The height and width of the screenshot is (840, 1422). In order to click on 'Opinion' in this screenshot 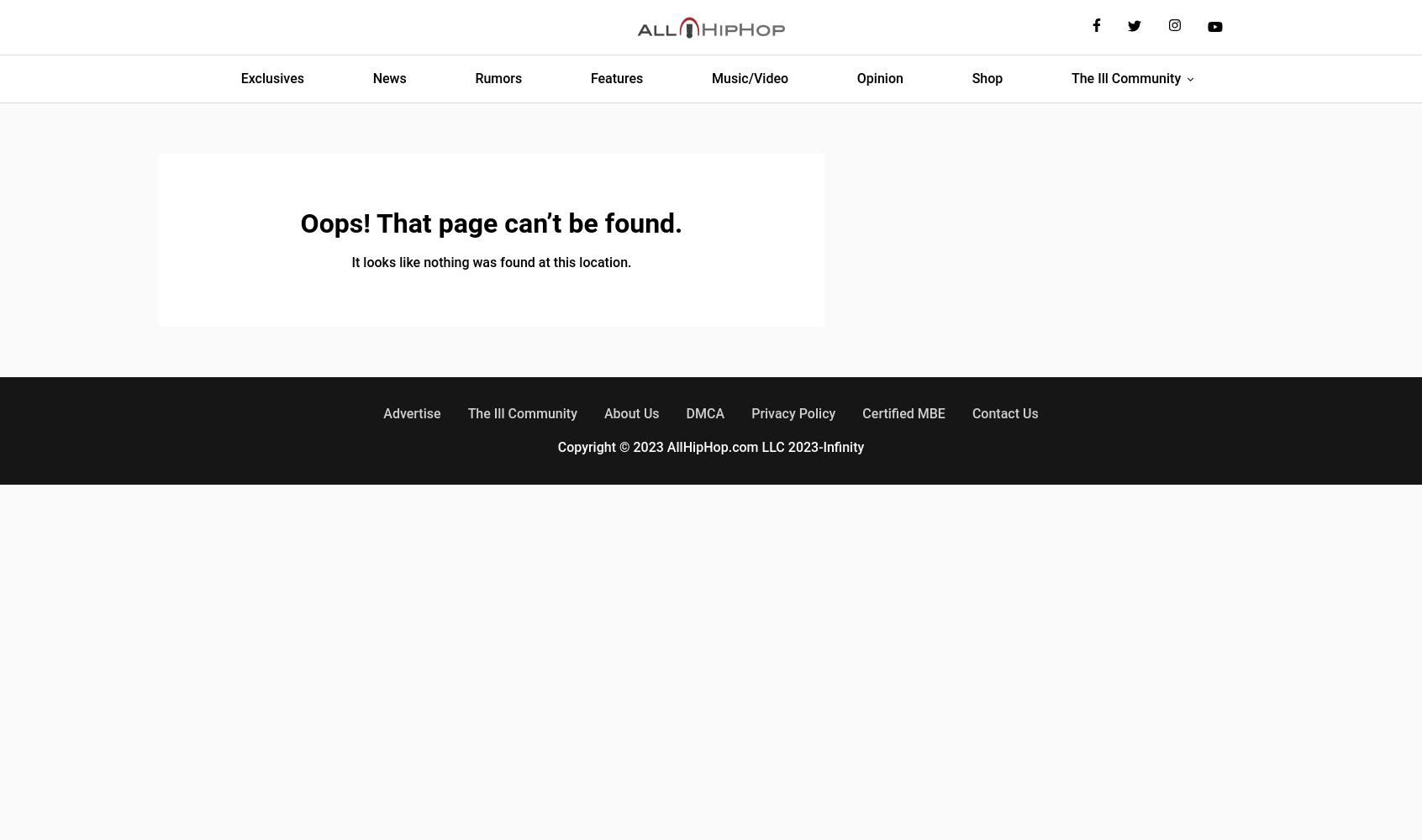, I will do `click(878, 77)`.